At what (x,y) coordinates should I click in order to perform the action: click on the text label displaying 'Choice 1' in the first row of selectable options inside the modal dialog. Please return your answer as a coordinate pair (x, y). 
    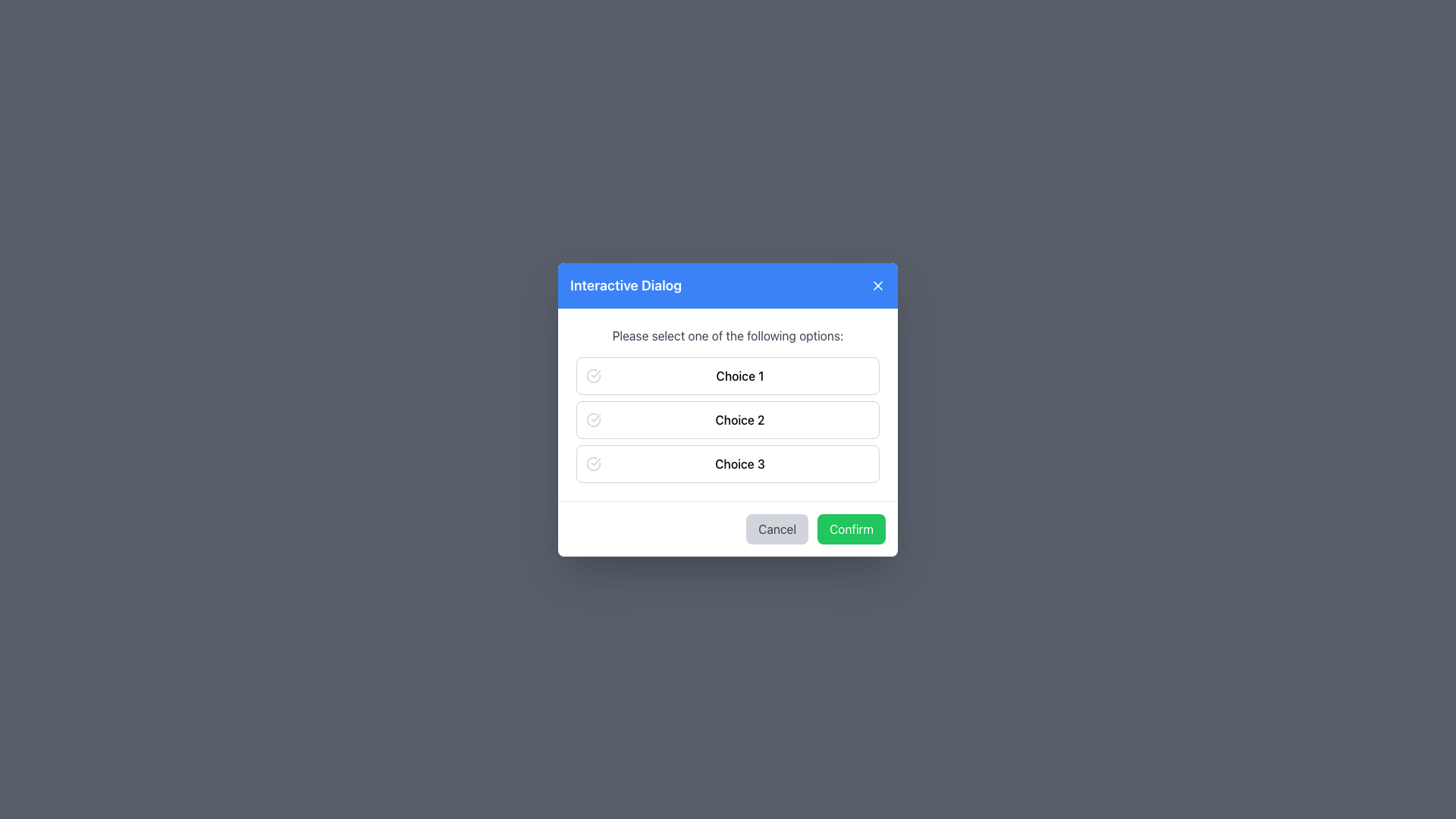
    Looking at the image, I should click on (739, 375).